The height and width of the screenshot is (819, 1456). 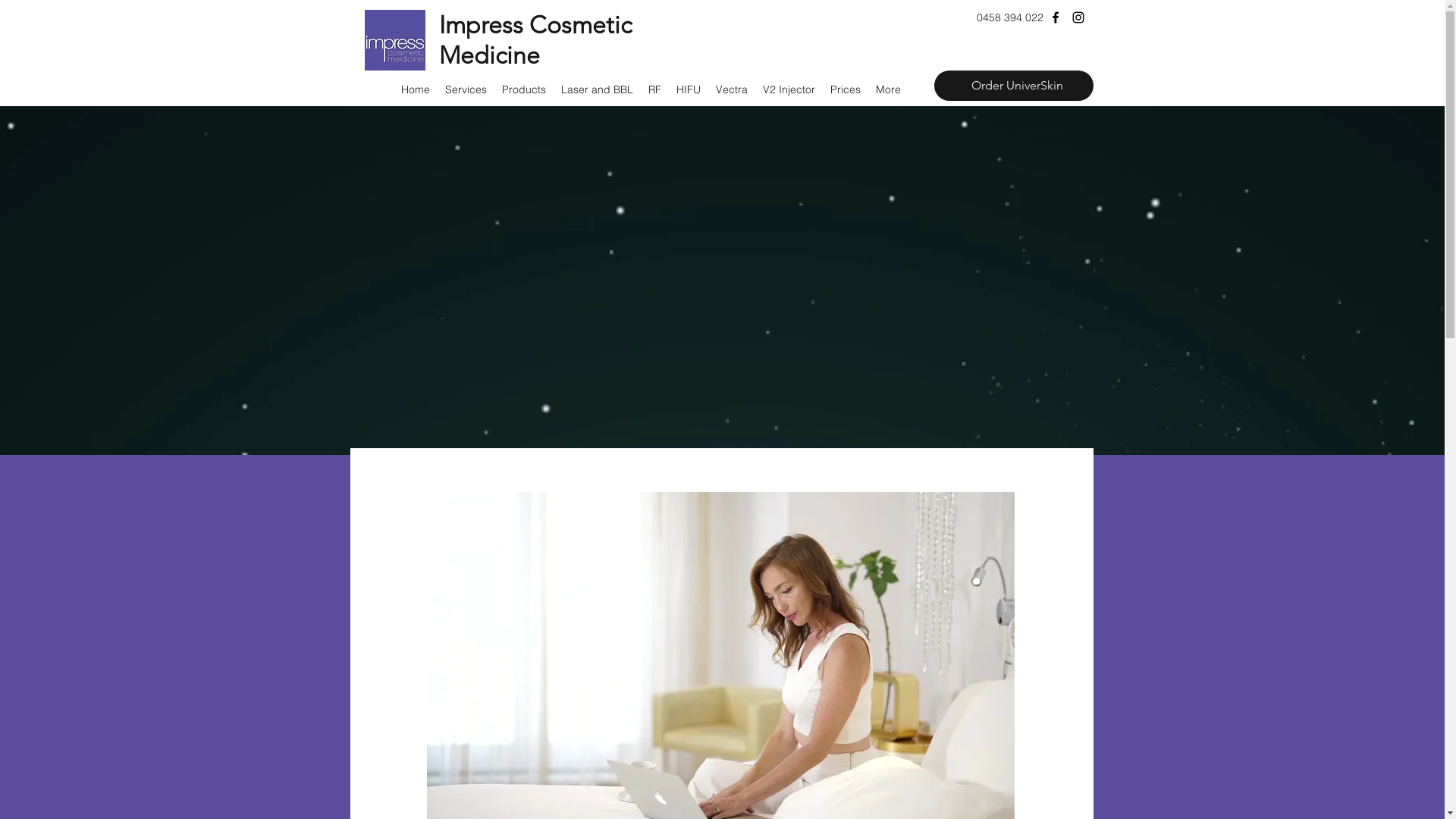 What do you see at coordinates (934, 85) in the screenshot?
I see `'Order UniverSkin'` at bounding box center [934, 85].